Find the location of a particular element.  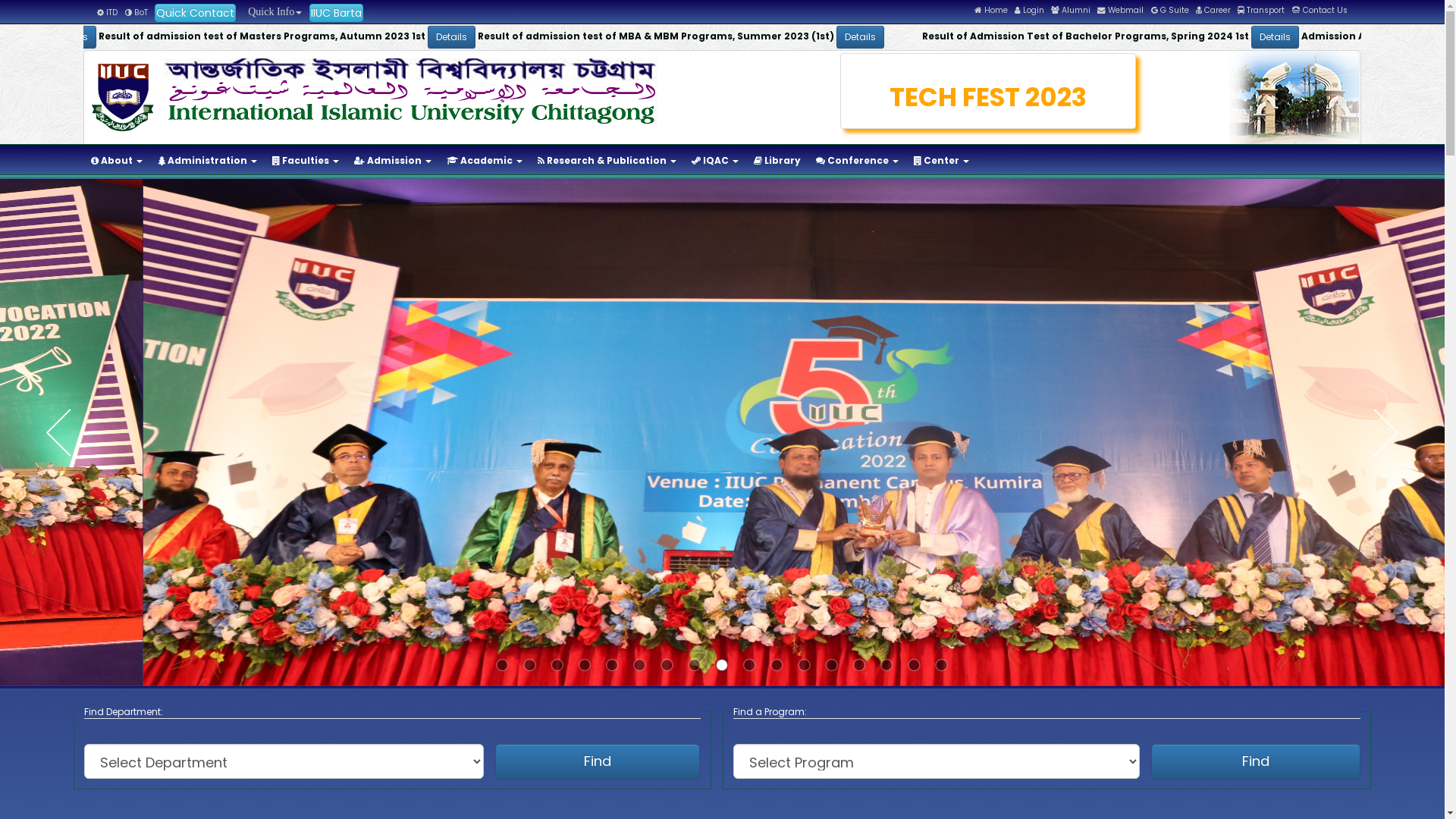

'Conference' is located at coordinates (857, 161).